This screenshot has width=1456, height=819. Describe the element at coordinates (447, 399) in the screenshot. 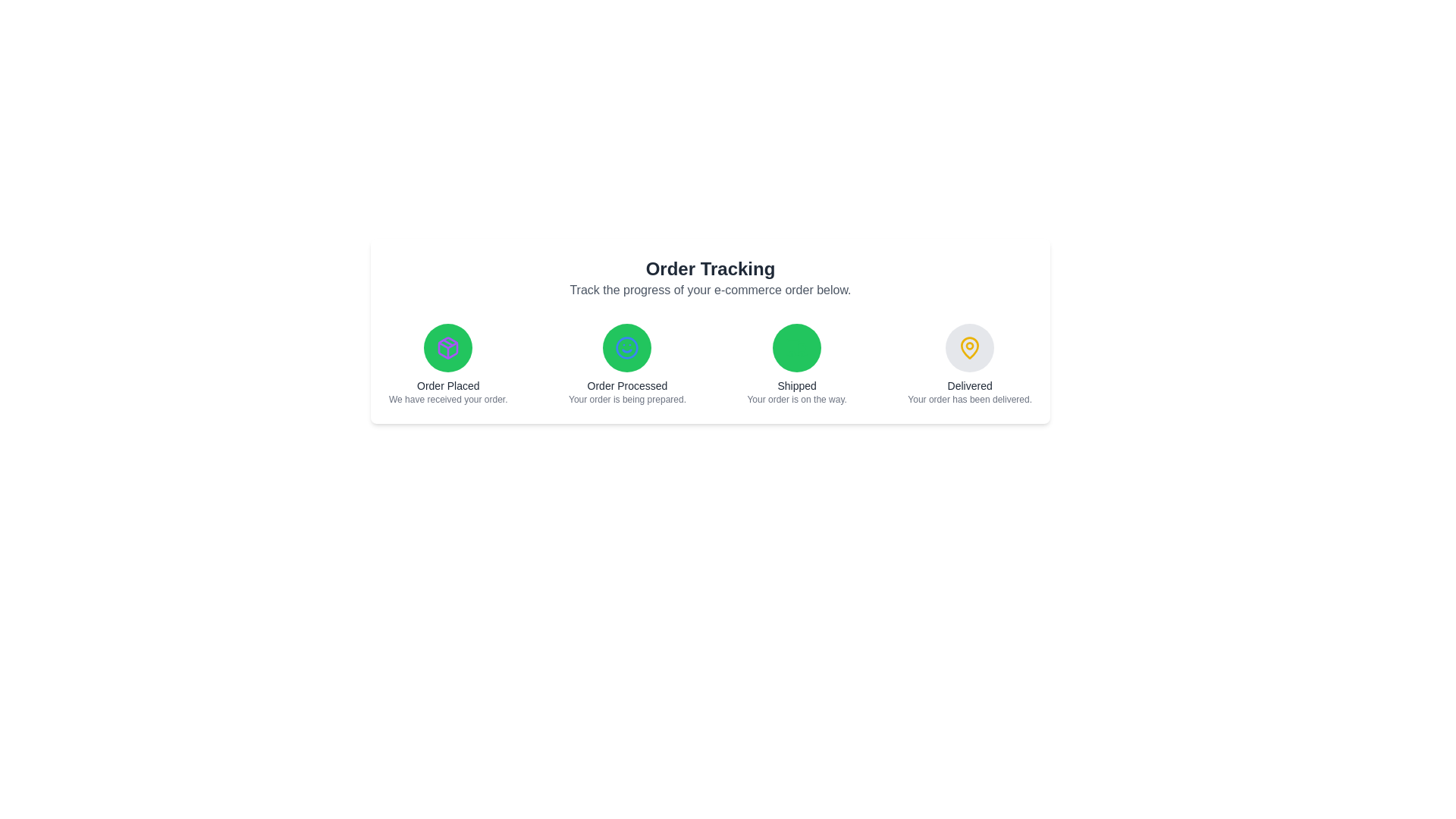

I see `the text component that reads 'We have received your order.' located directly beneath the 'Order Placed' heading` at that location.